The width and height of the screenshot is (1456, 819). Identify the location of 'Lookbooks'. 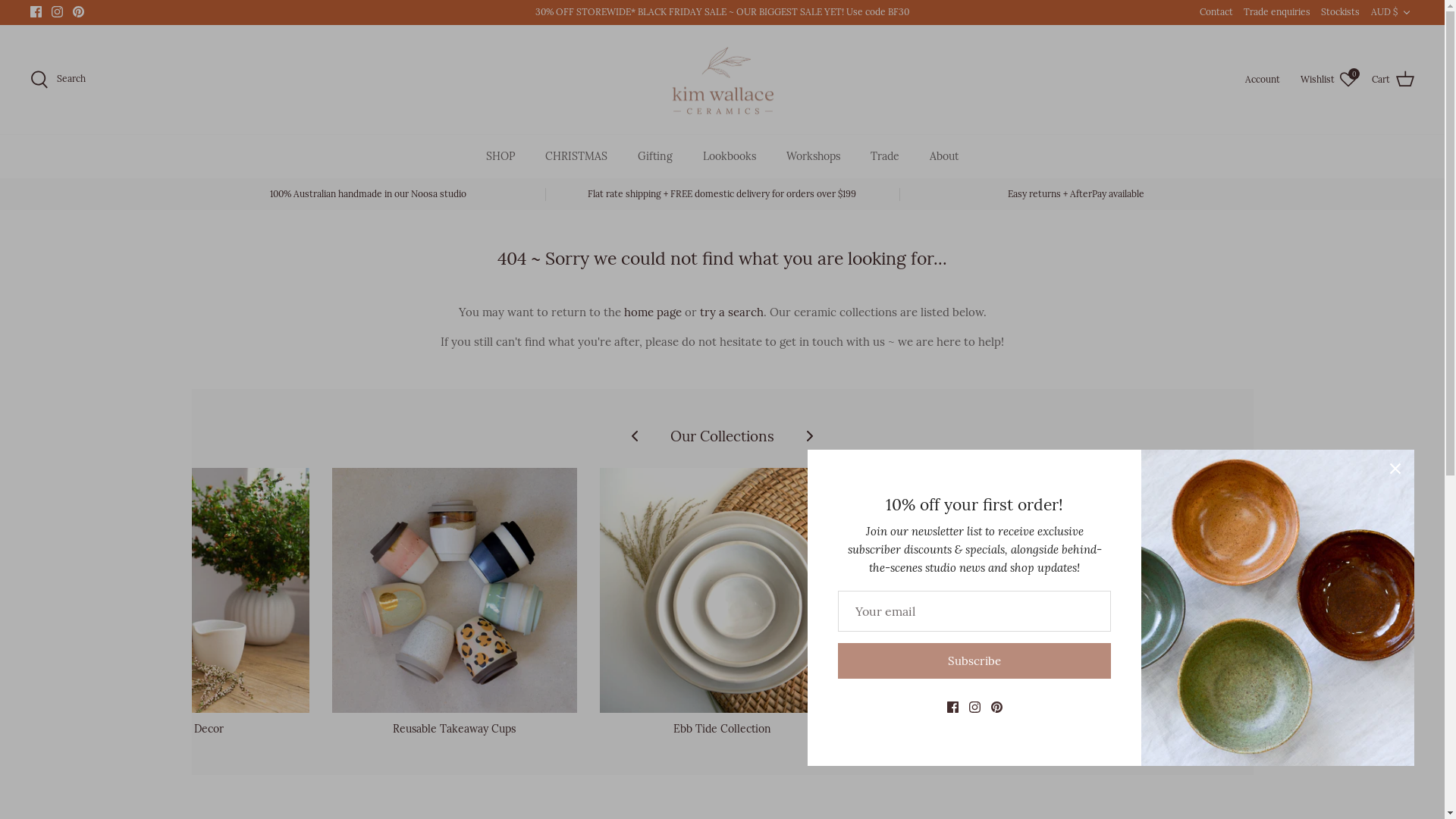
(729, 156).